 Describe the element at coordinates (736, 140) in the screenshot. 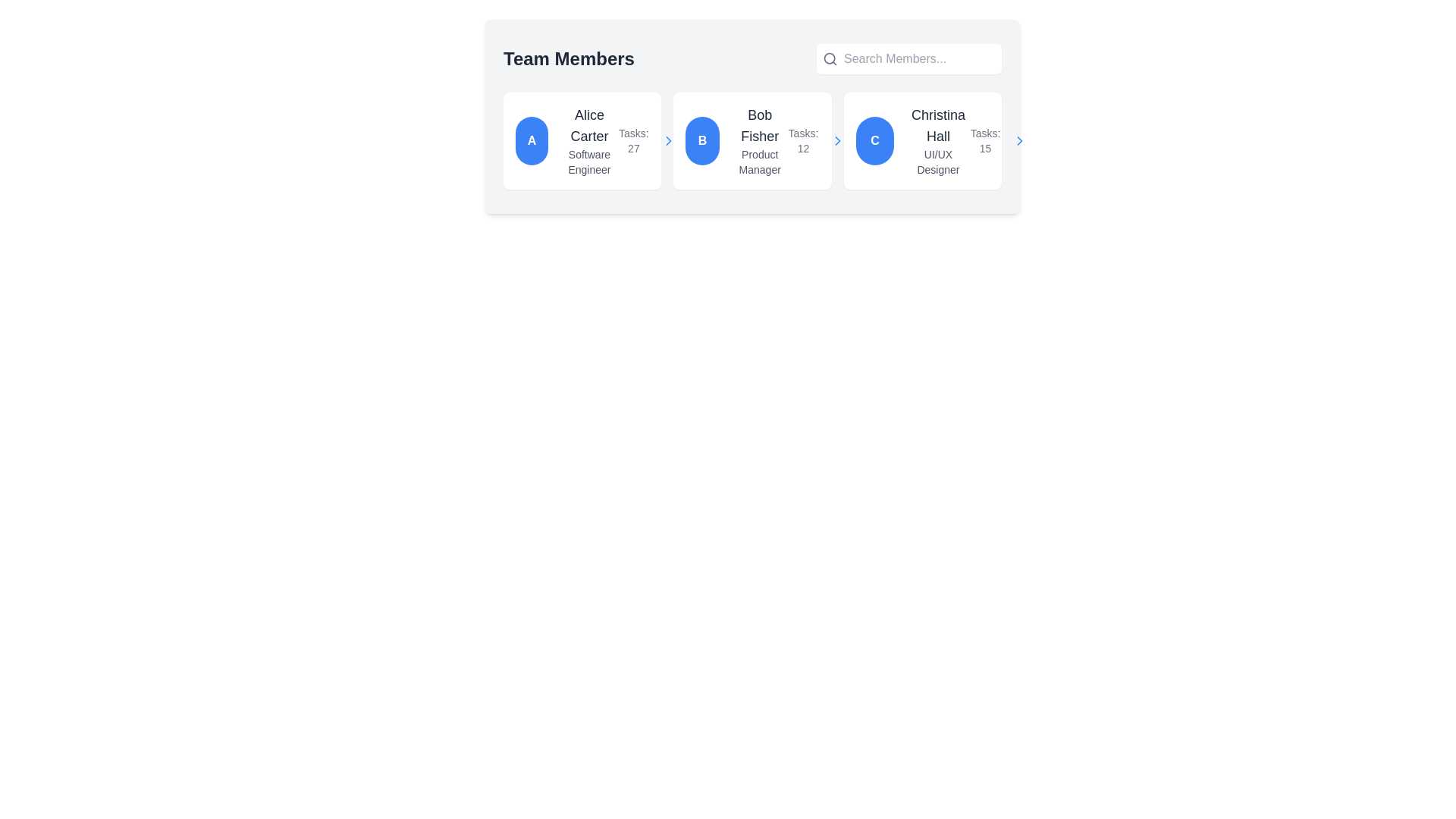

I see `the User profile card displaying initials, name, and job title, which is the second card from the left in a row of similar profile cards` at that location.